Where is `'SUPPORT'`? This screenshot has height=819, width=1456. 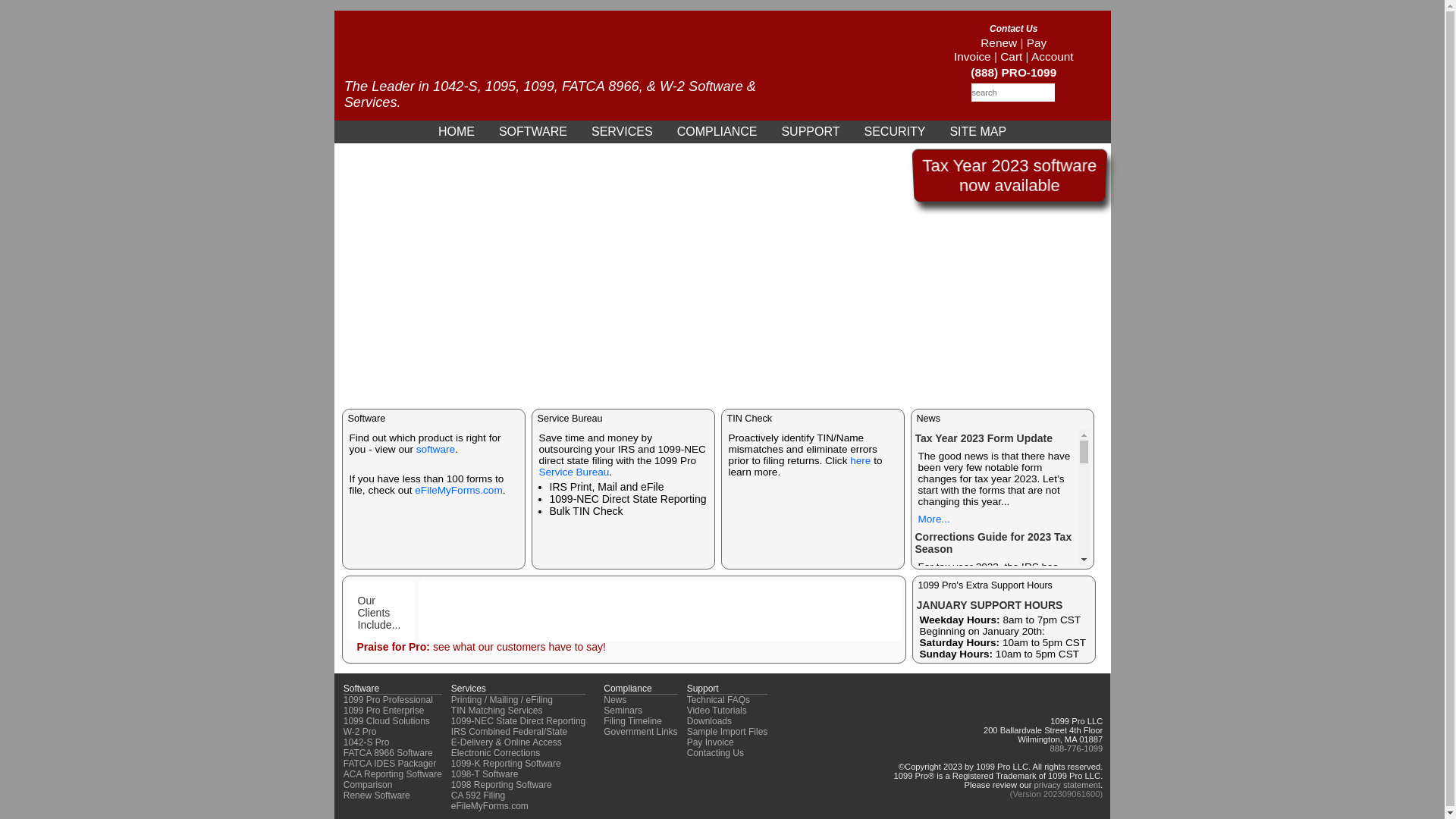
'SUPPORT' is located at coordinates (809, 130).